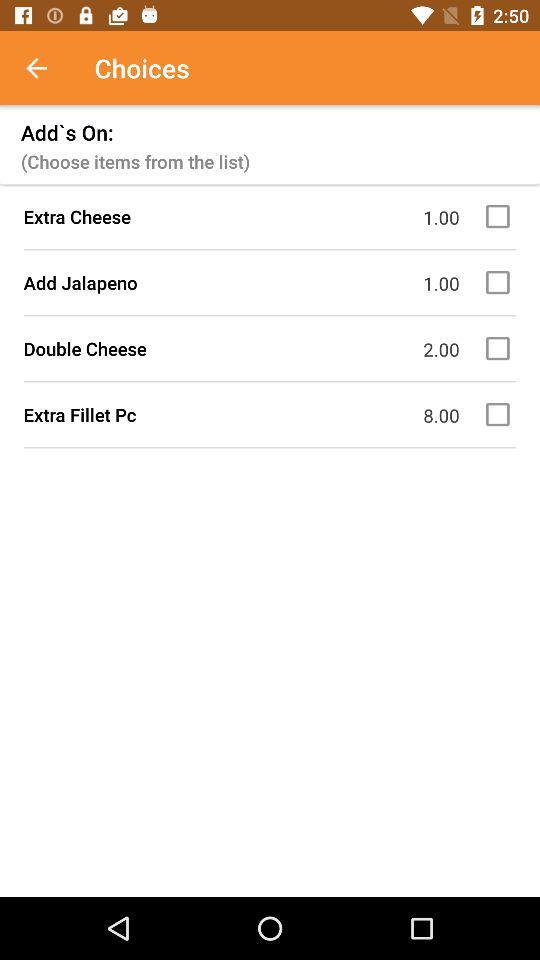  What do you see at coordinates (500, 348) in the screenshot?
I see `double cheese select button` at bounding box center [500, 348].